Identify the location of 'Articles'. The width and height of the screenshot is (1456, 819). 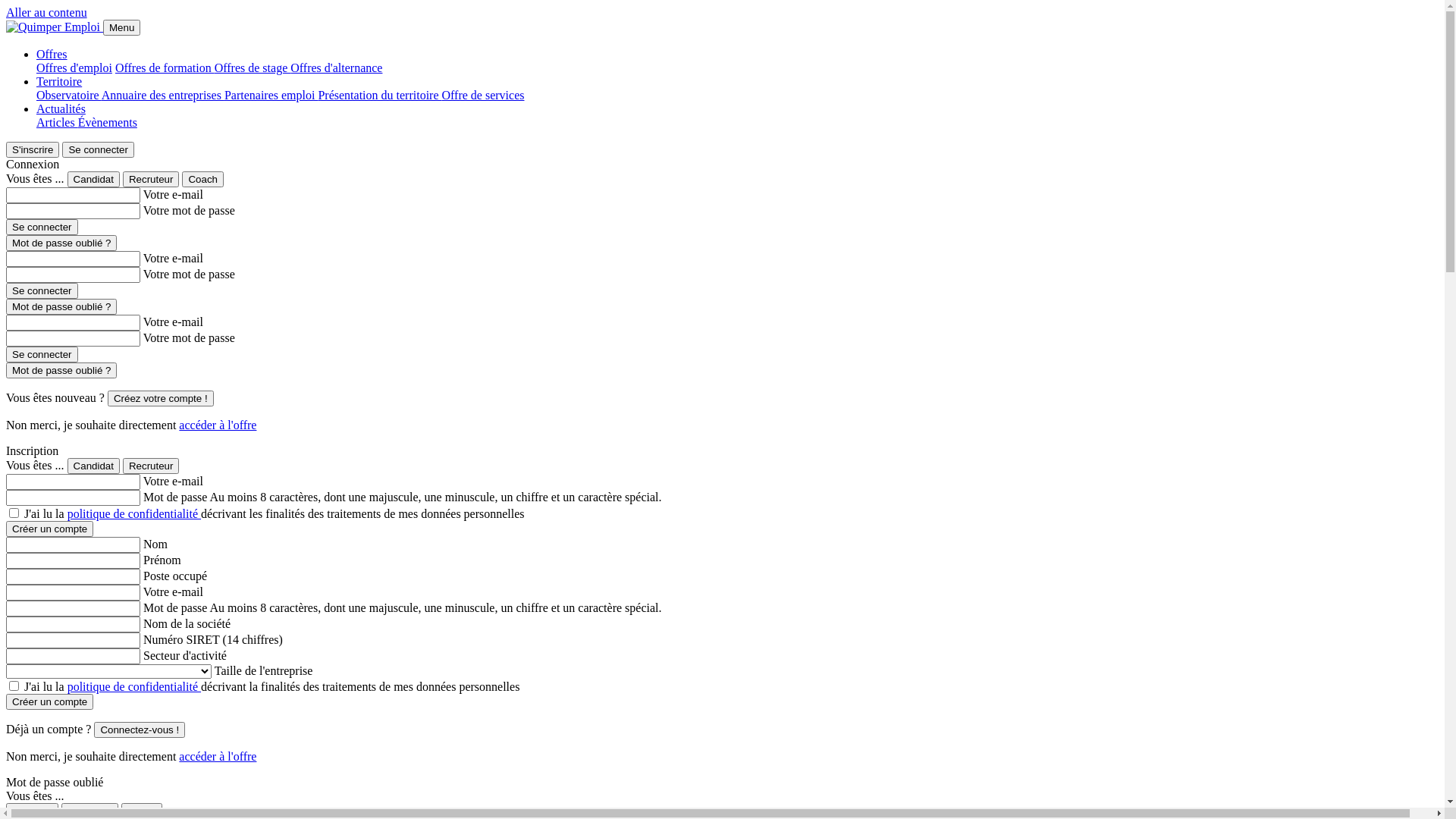
(36, 121).